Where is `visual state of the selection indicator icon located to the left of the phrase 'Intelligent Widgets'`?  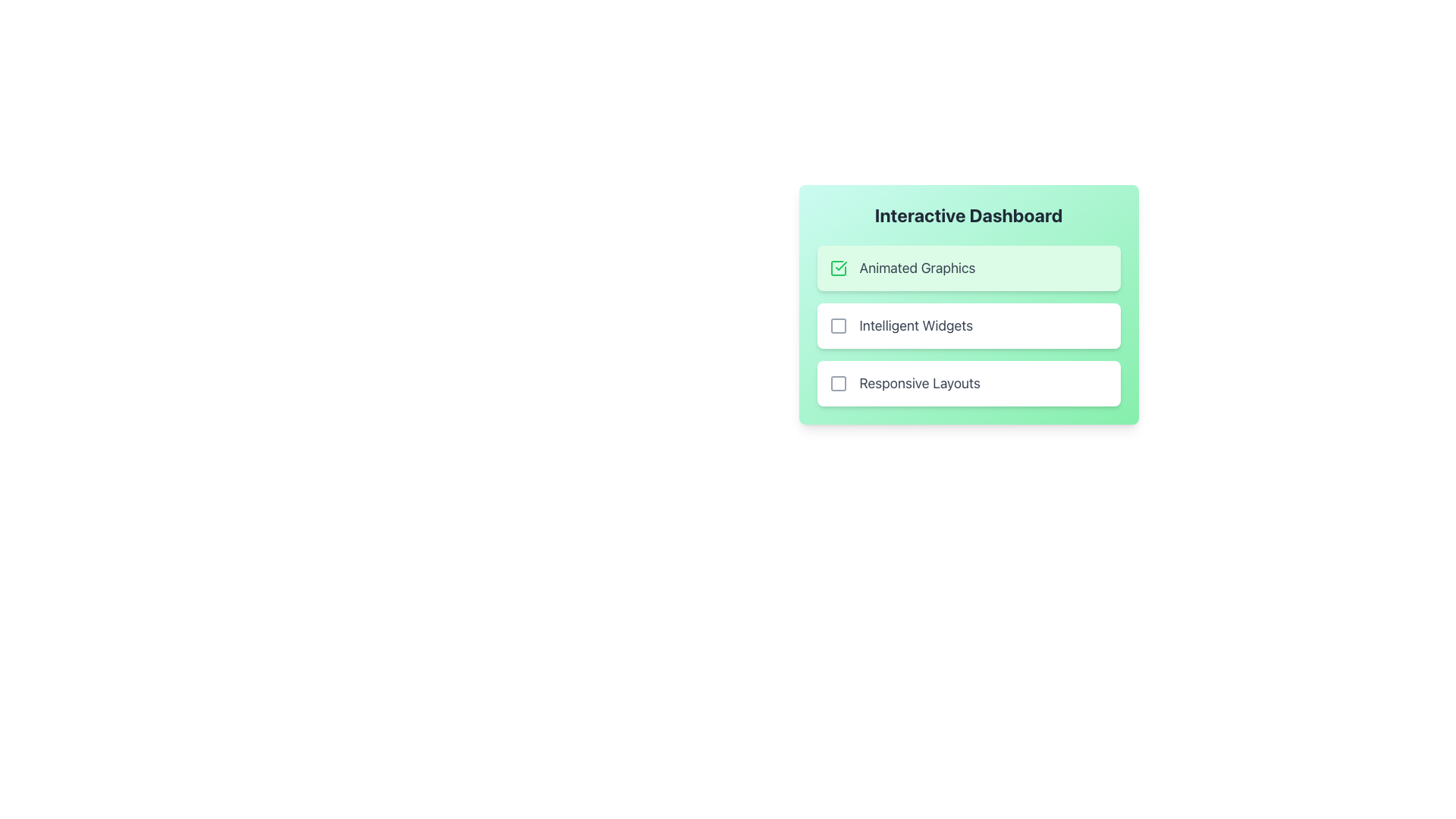 visual state of the selection indicator icon located to the left of the phrase 'Intelligent Widgets' is located at coordinates (837, 325).